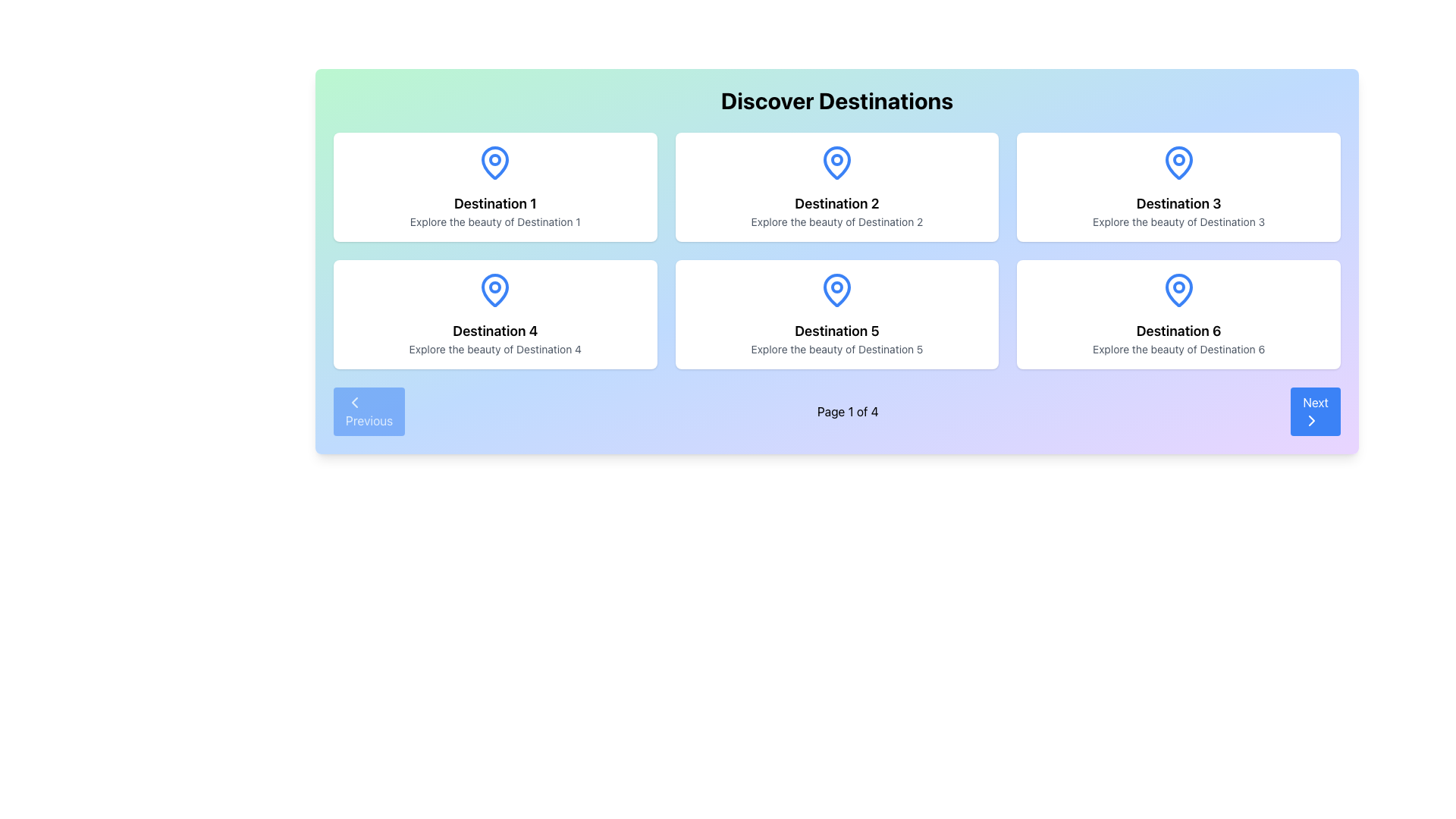 The width and height of the screenshot is (1456, 819). I want to click on the Icon at the top center of the 'Destination 2' card in the second column of the top row, so click(836, 163).